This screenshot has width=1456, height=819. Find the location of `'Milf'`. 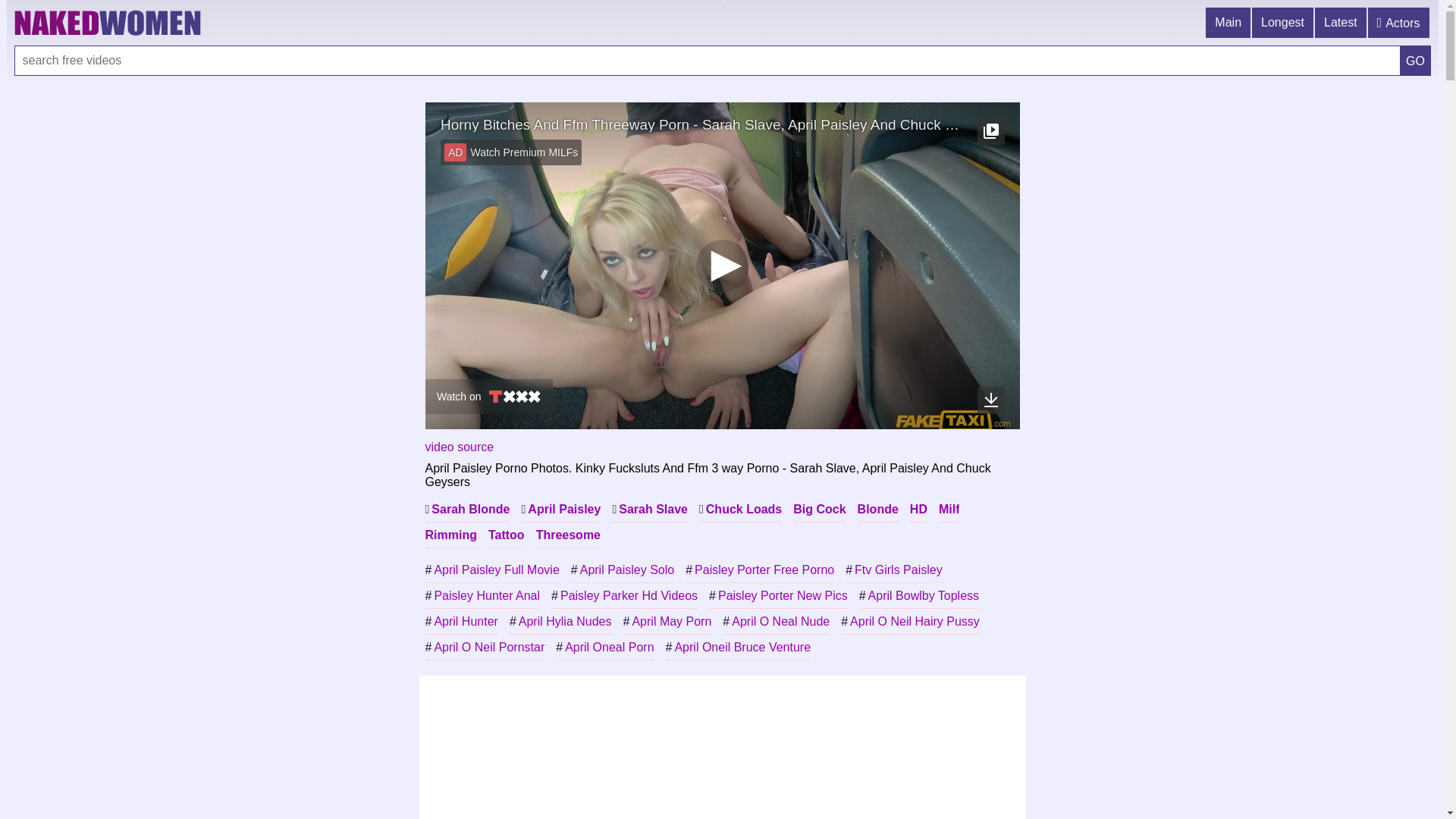

'Milf' is located at coordinates (938, 509).